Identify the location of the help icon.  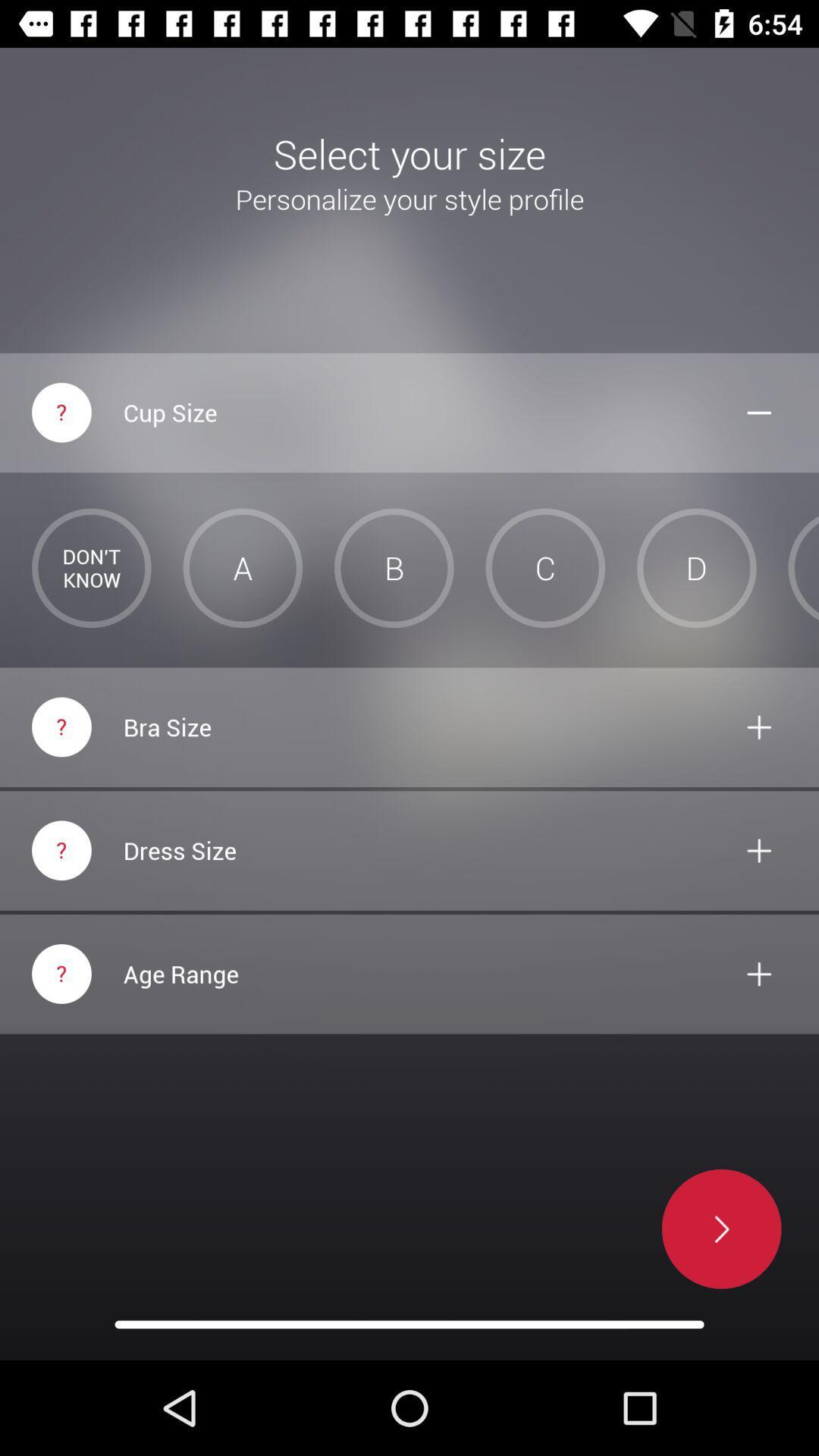
(61, 413).